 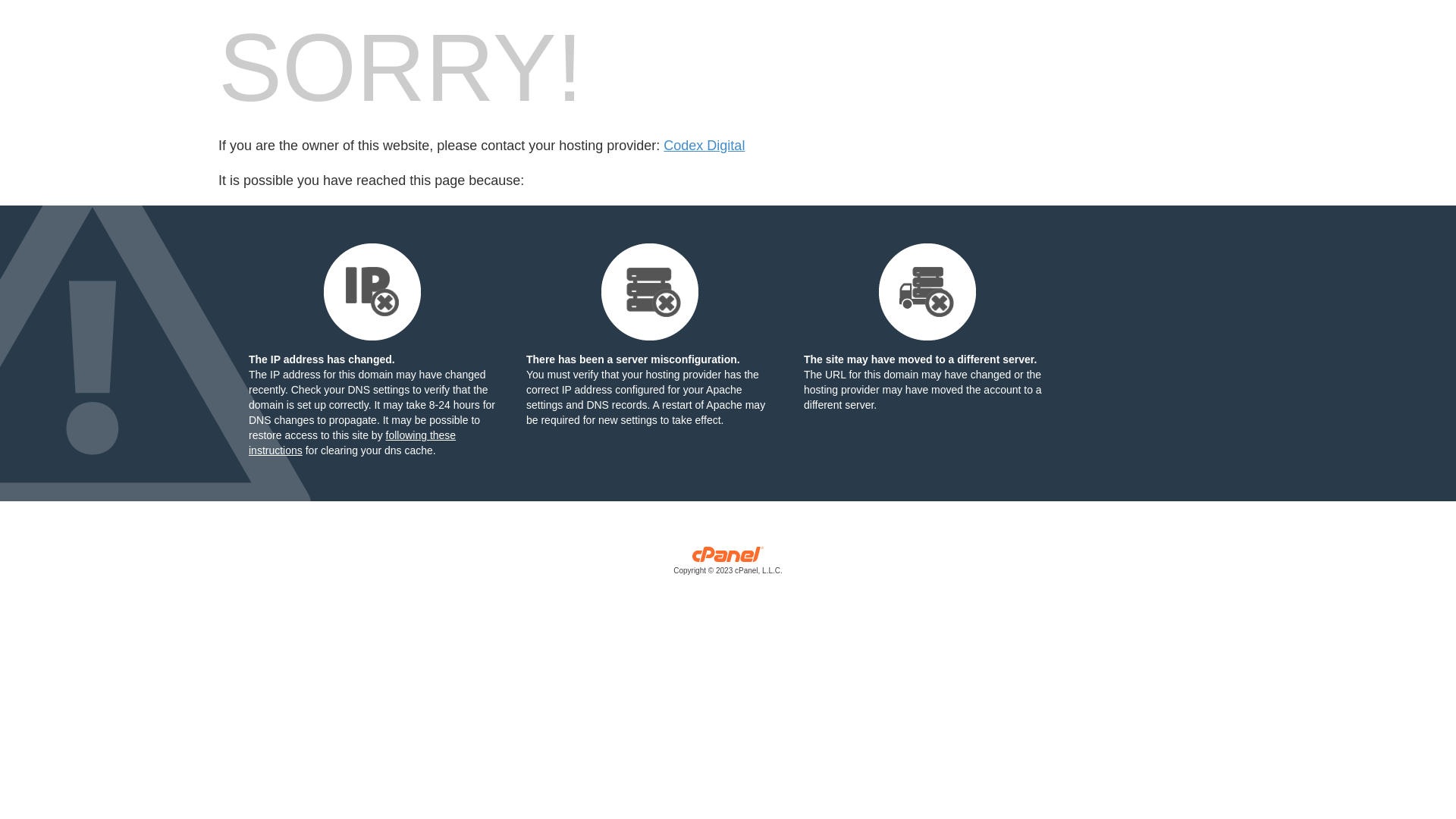 I want to click on 'Codex Digital', so click(x=703, y=146).